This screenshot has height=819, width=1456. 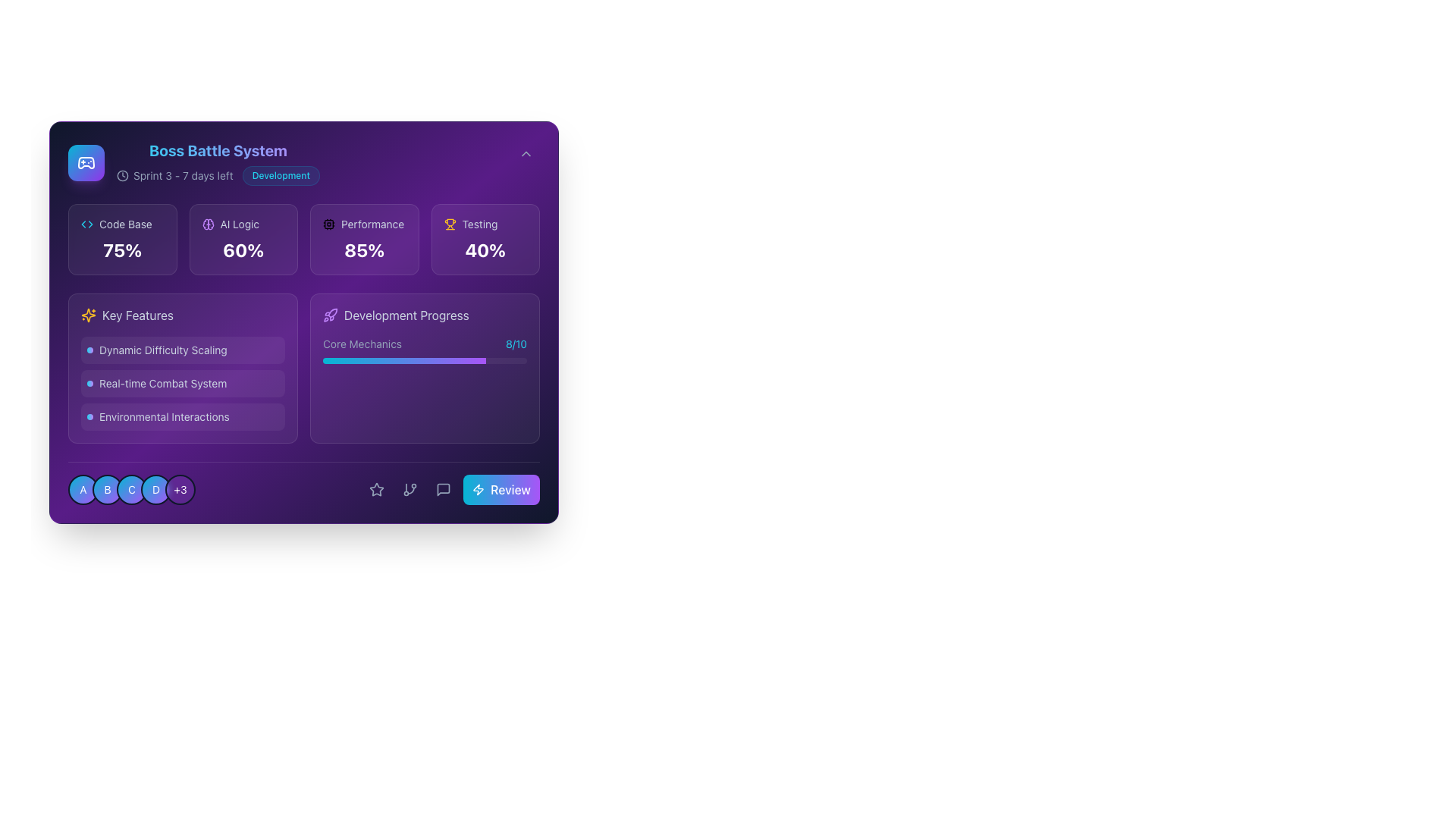 What do you see at coordinates (425, 344) in the screenshot?
I see `the Rating and description component that displays 'Core Mechanics' in light slate color and a score of '8/10' in cyan, located in the 'Development Progress' section` at bounding box center [425, 344].